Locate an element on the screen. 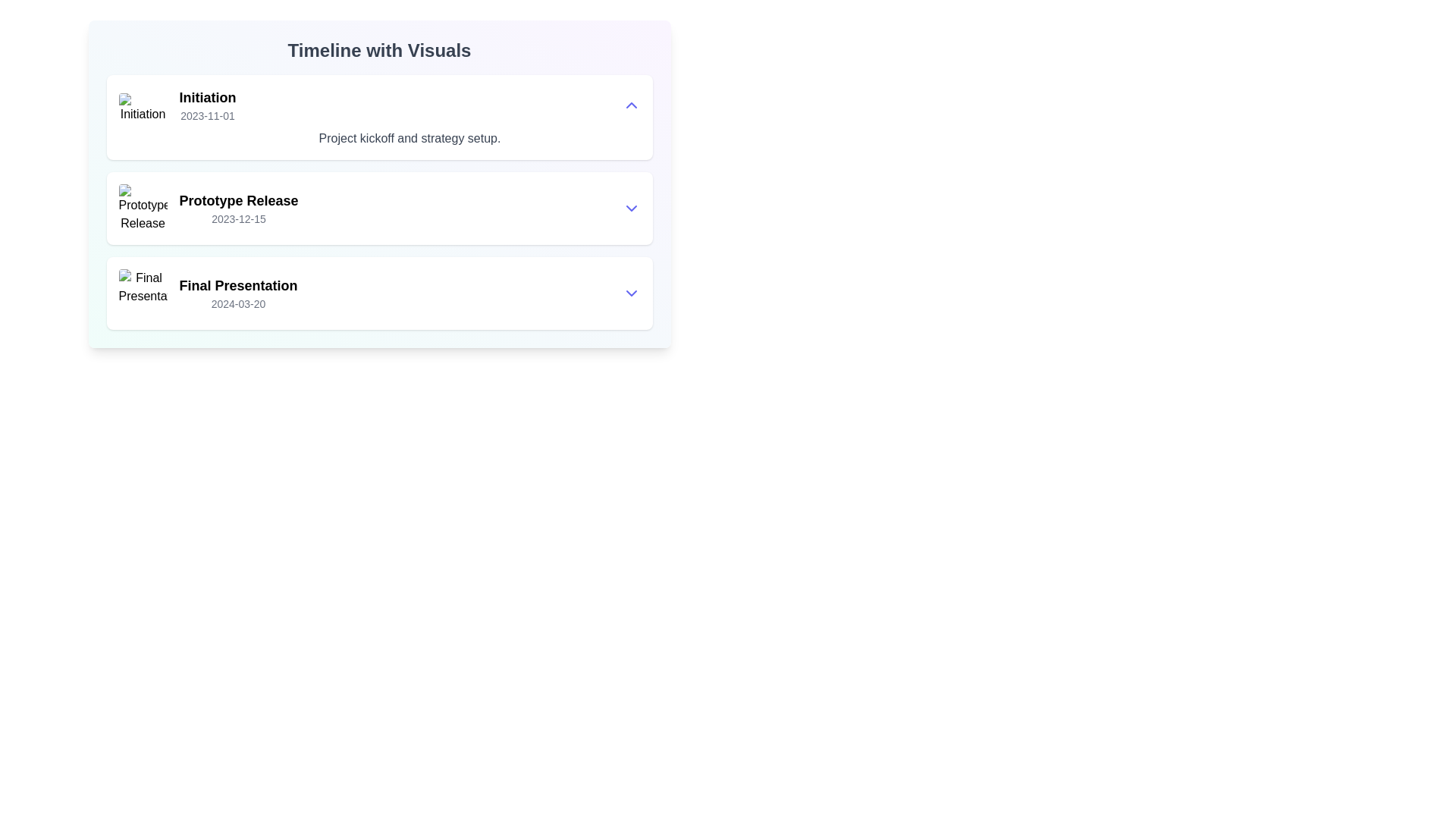 The image size is (1456, 819). the Dropdown toggle button located in the 'Prototype Release 2023-12-15' section is located at coordinates (631, 208).